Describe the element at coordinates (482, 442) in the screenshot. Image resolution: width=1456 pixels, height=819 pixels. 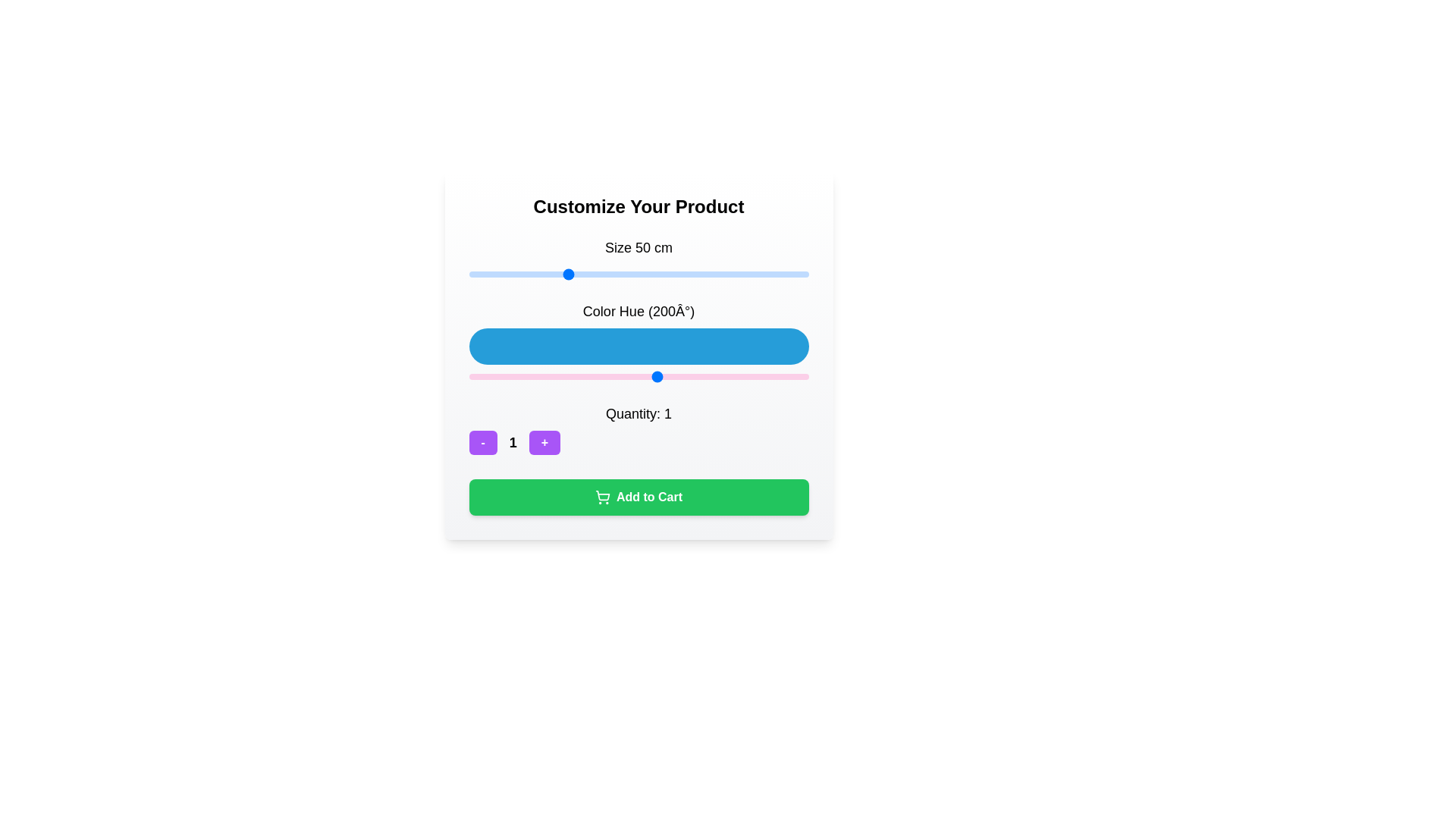
I see `the leftmost button in the quantity selector widget to trigger the visual hover effect` at that location.